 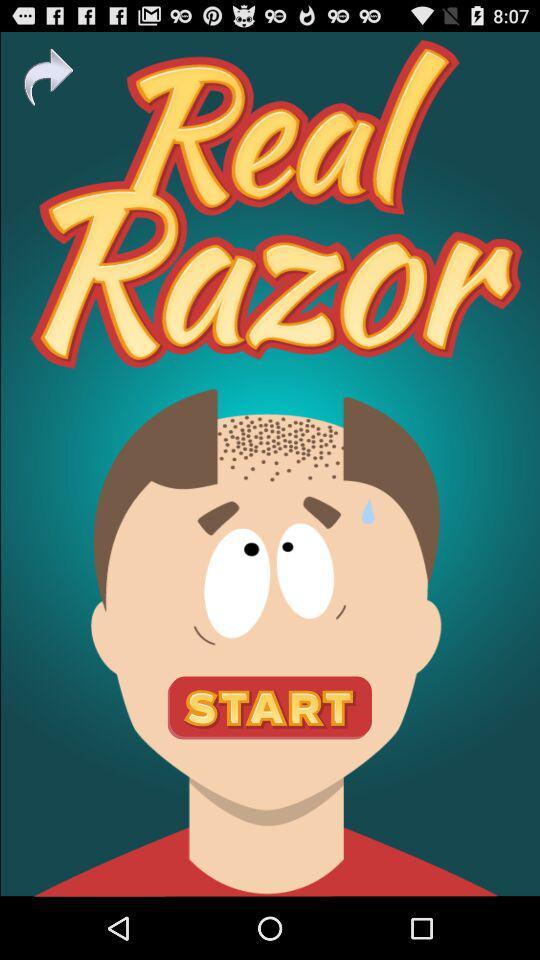 I want to click on the sliders icon, so click(x=269, y=756).